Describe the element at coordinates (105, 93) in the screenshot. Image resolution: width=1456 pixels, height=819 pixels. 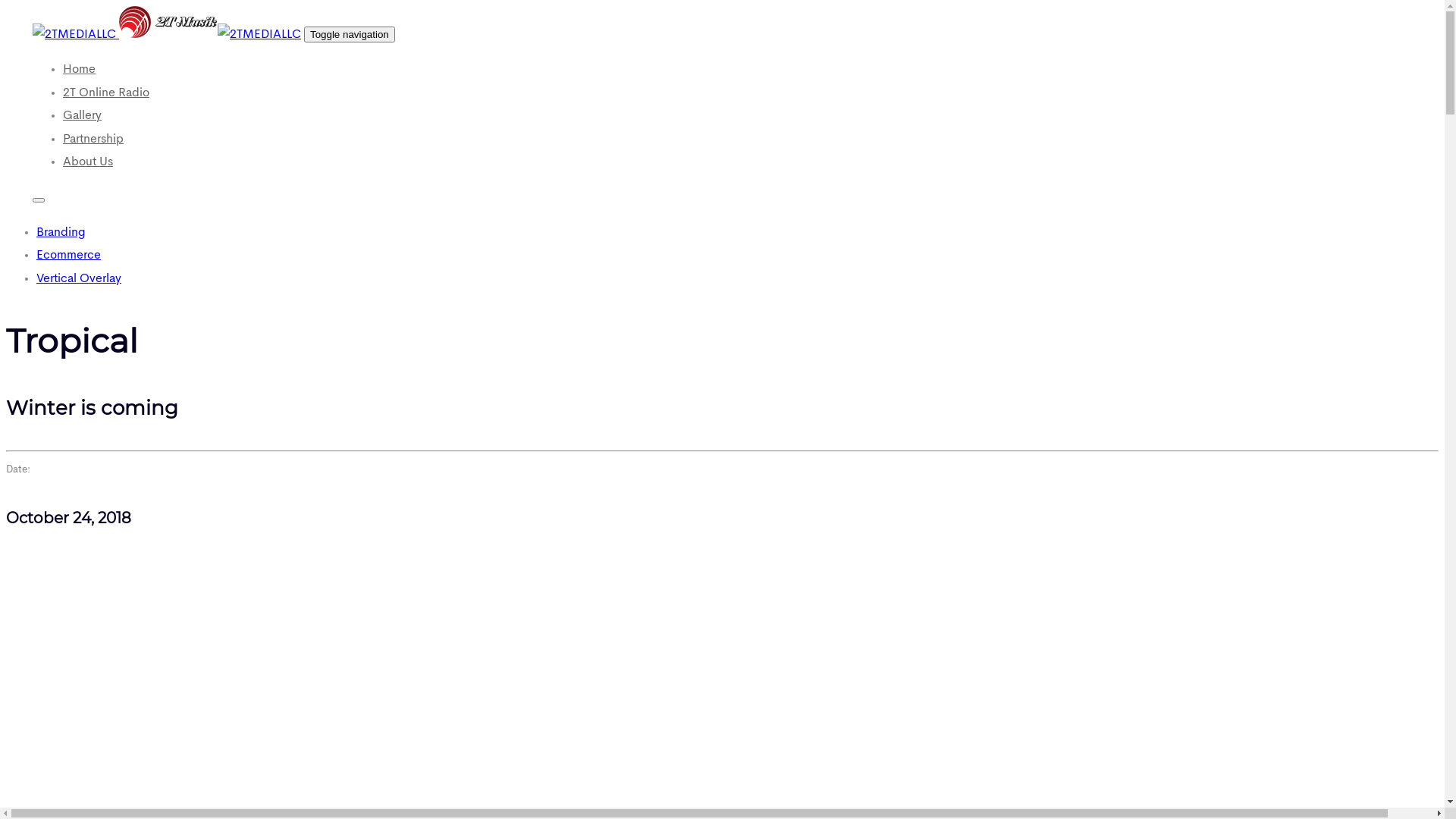
I see `'2T Online Radio'` at that location.